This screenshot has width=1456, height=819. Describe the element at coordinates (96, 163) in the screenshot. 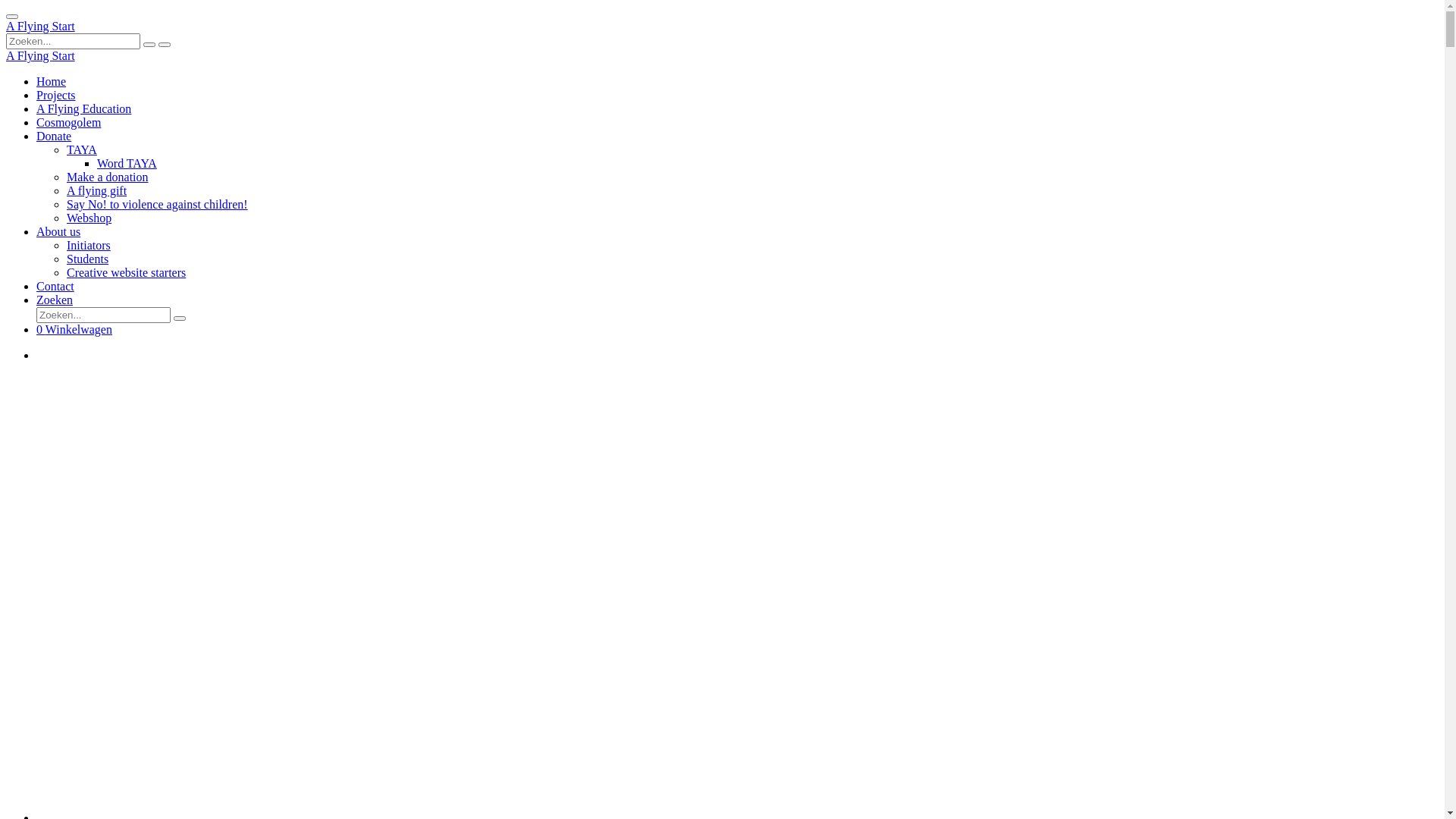

I see `'Word TAYA'` at that location.